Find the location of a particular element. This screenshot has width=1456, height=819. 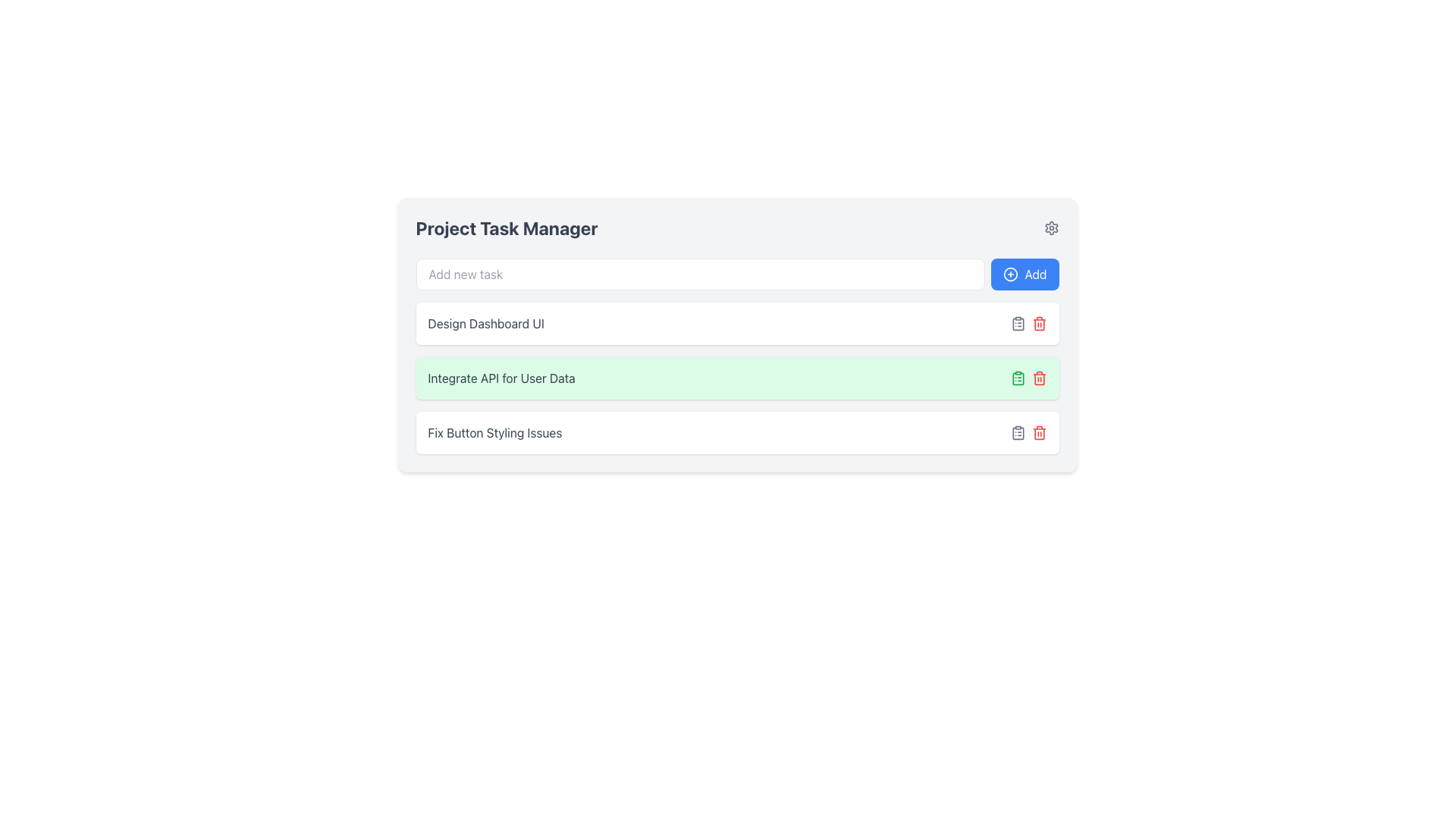

the trash can icon button, which is styled in red and positioned at the far-right of the row labeled 'Integrate API for User Data' is located at coordinates (1038, 377).